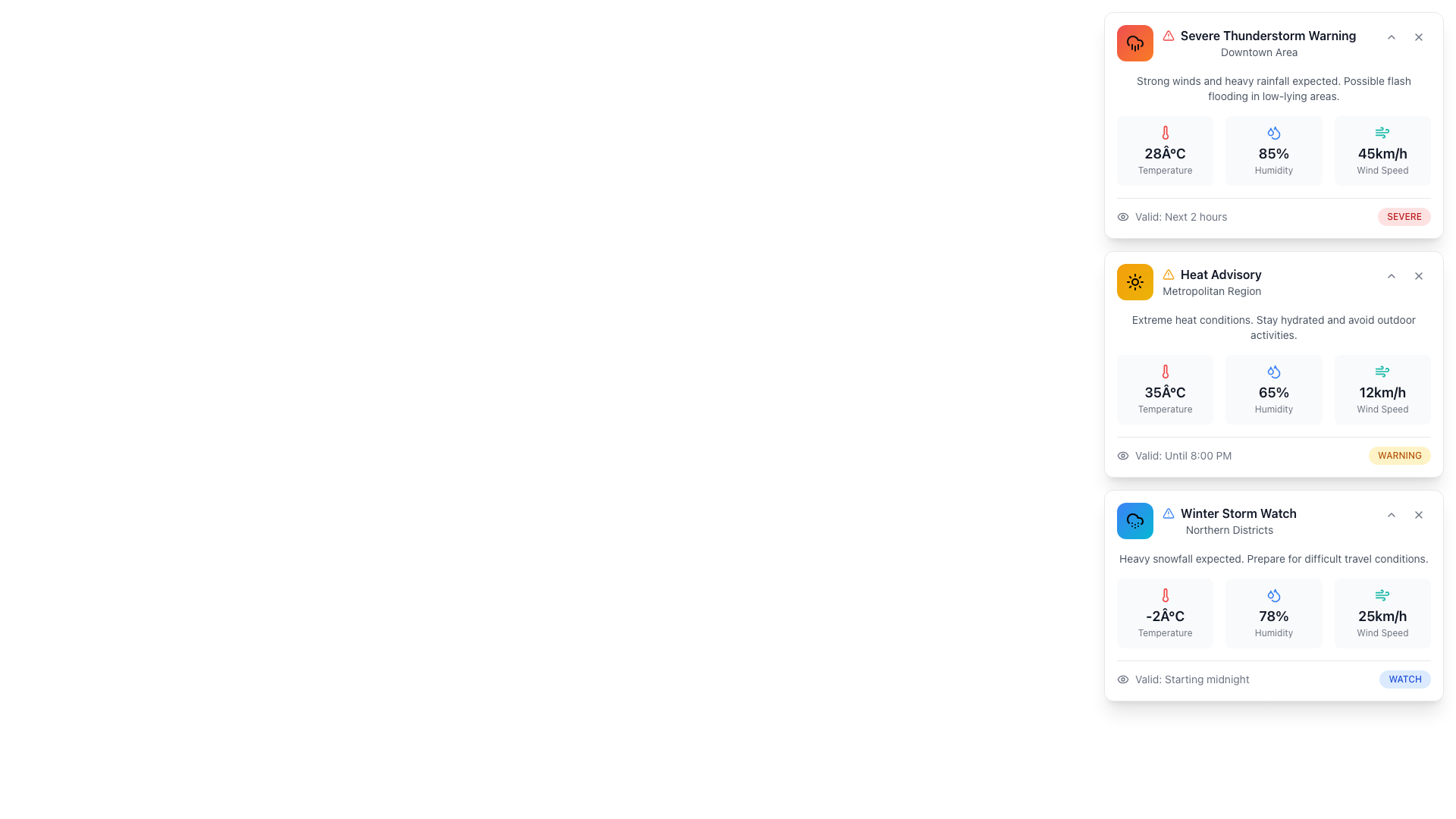 The width and height of the screenshot is (1456, 819). I want to click on the weather alert notification block indicating a heat advisory for the metropolitan region, positioned as the second card in the stack, so click(1211, 281).